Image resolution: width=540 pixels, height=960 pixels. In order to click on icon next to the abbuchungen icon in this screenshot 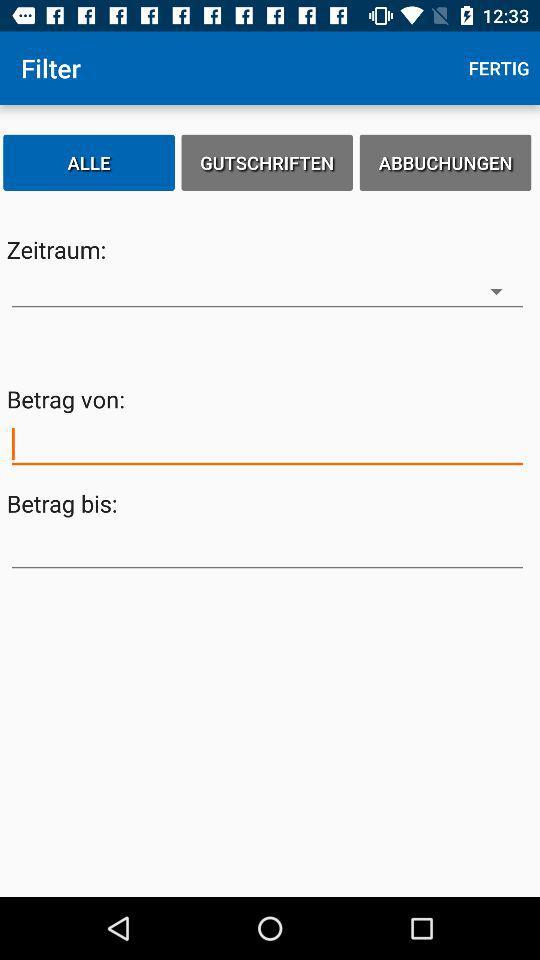, I will do `click(267, 161)`.